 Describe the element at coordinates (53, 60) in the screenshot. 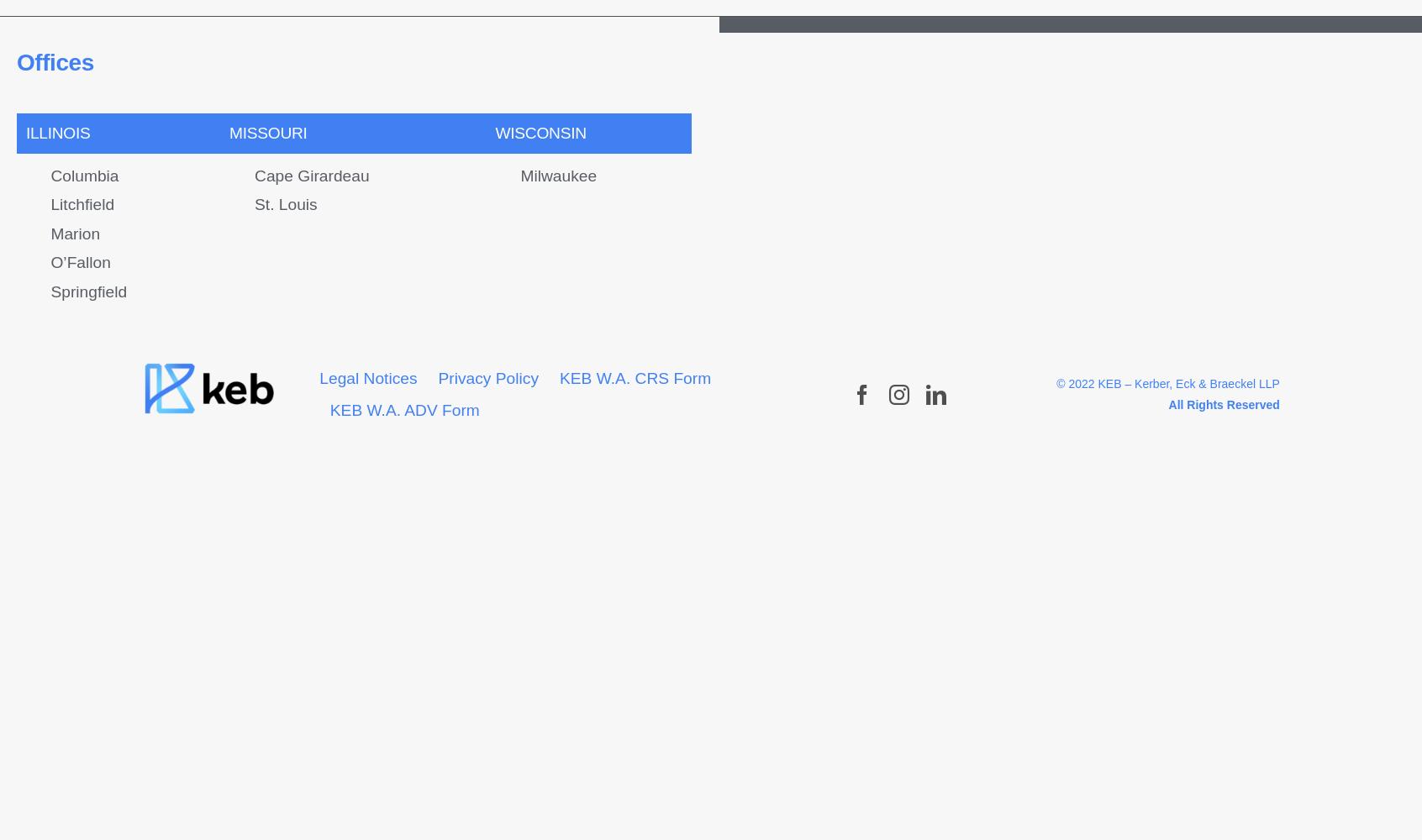

I see `'Offices'` at that location.